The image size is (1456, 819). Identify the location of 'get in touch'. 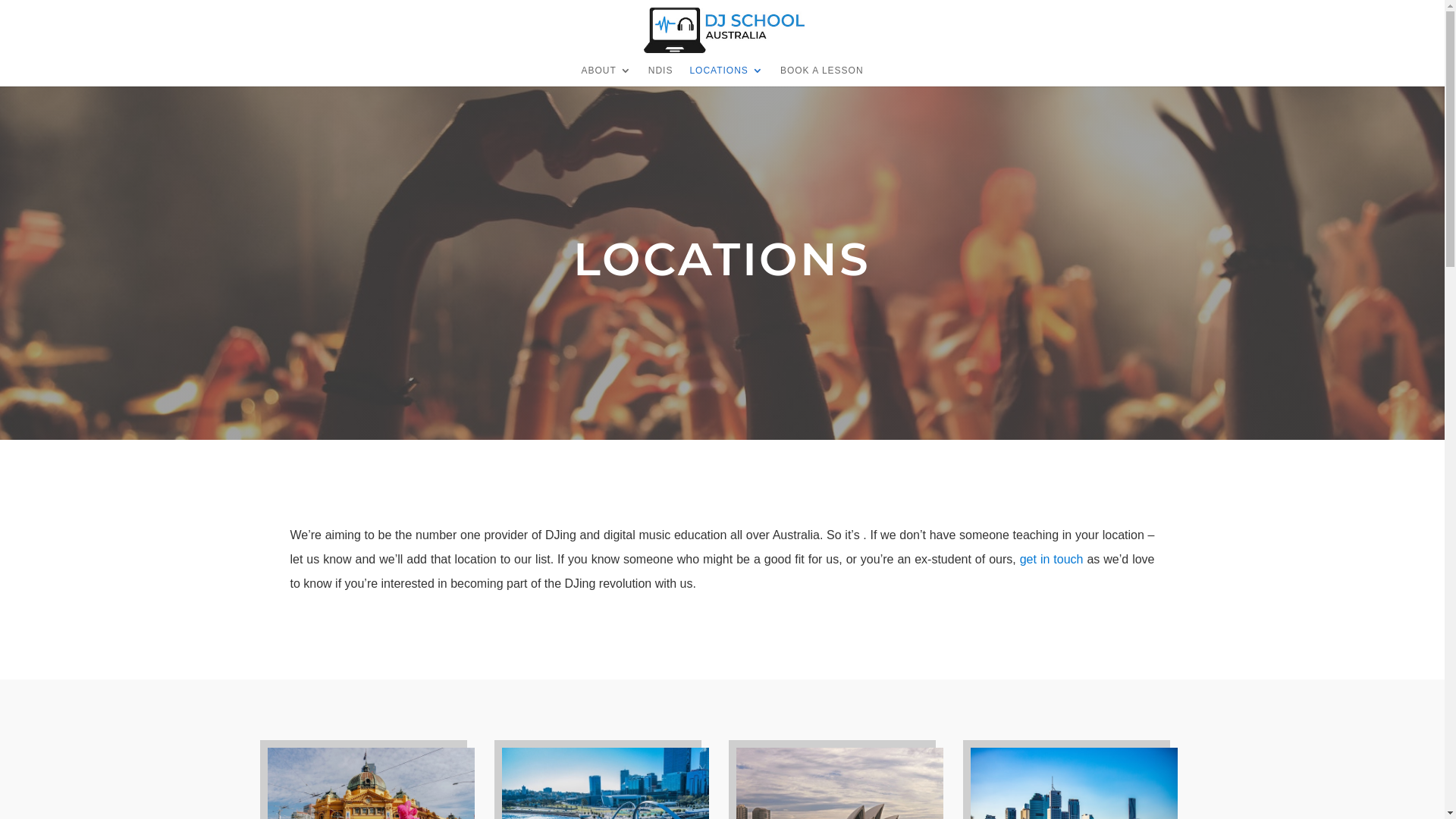
(1019, 559).